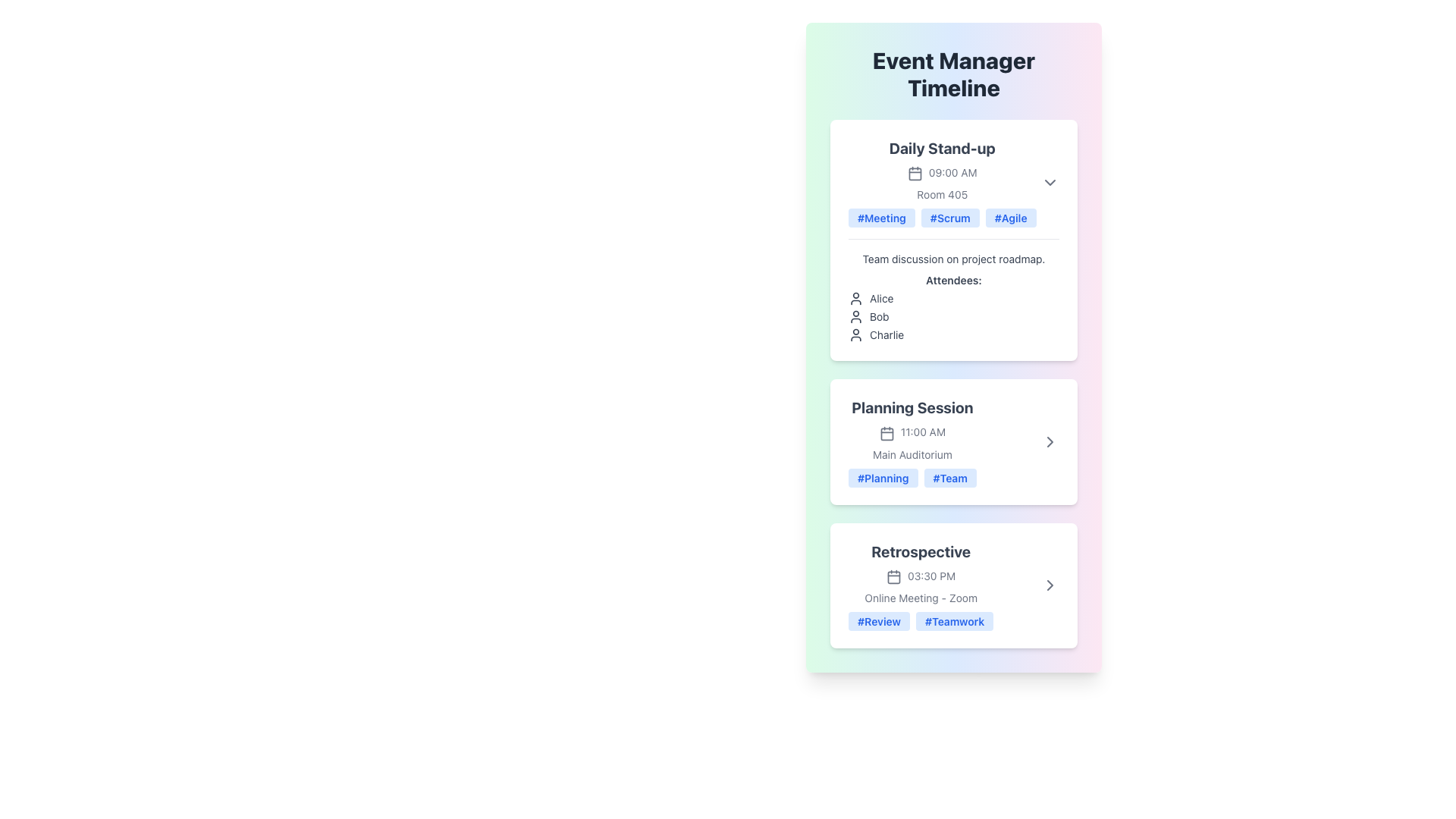  Describe the element at coordinates (952, 441) in the screenshot. I see `the tags of the second Event entry display card in the timeline view, located between the 'Daily Stand-up' and 'Retrospective' entries` at that location.